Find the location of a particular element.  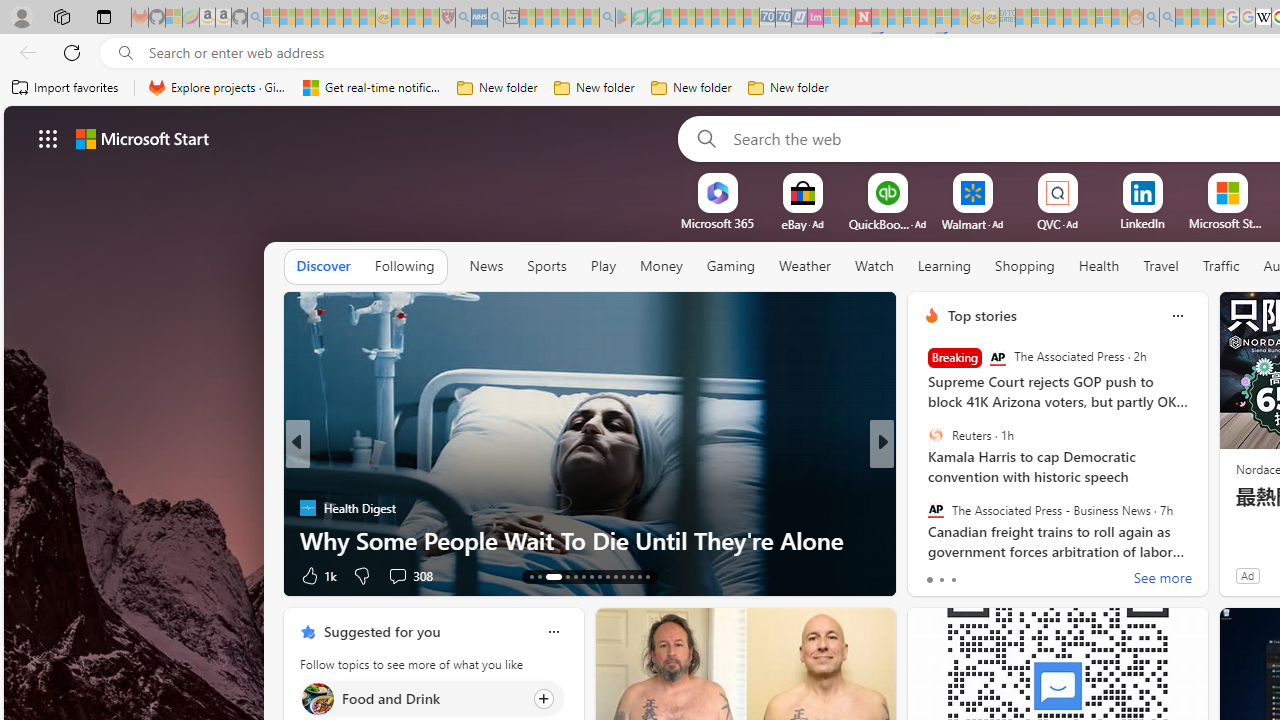

'54 Like' is located at coordinates (933, 575).